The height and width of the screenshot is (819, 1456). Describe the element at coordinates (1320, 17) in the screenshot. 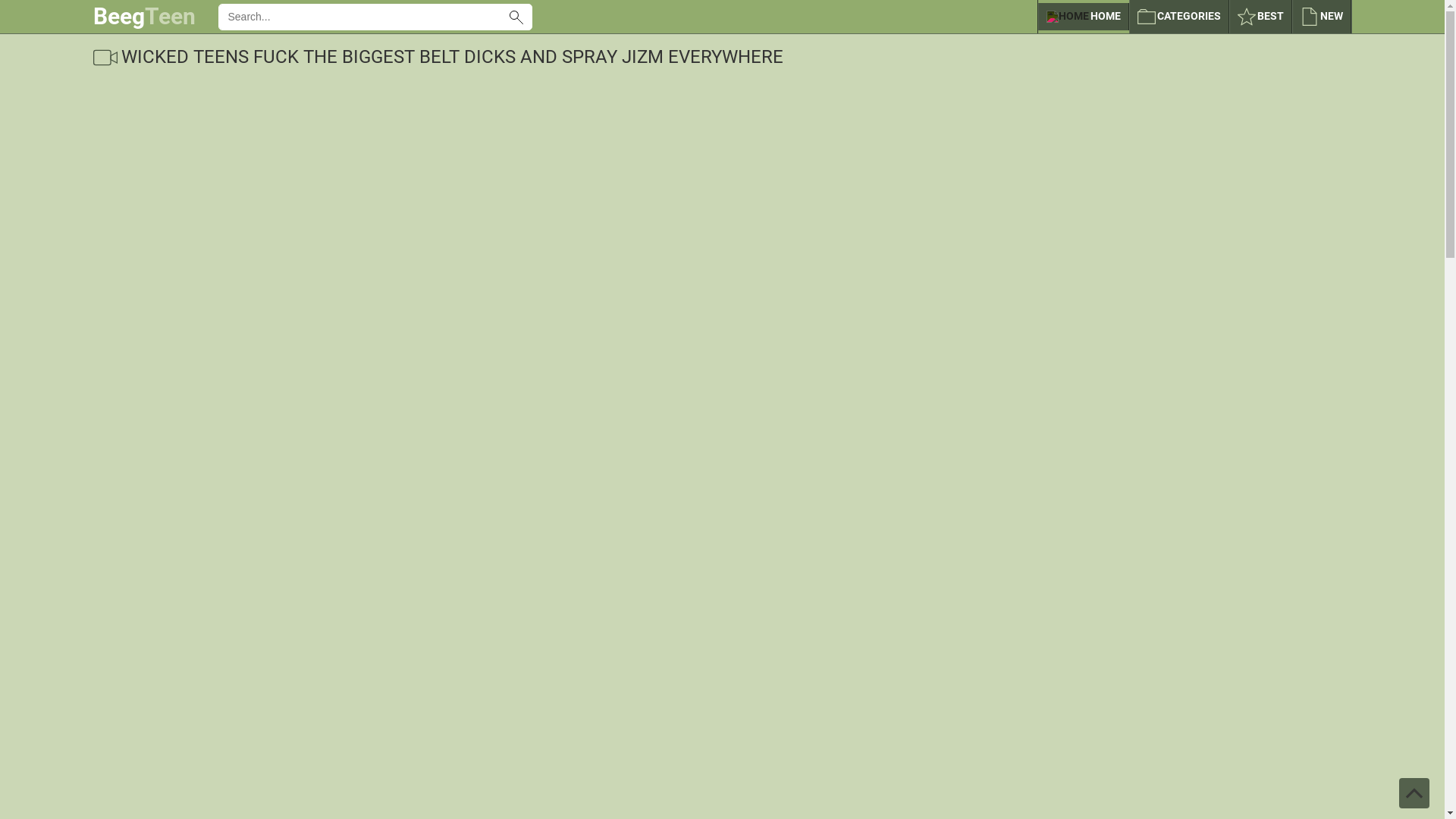

I see `'NEW'` at that location.